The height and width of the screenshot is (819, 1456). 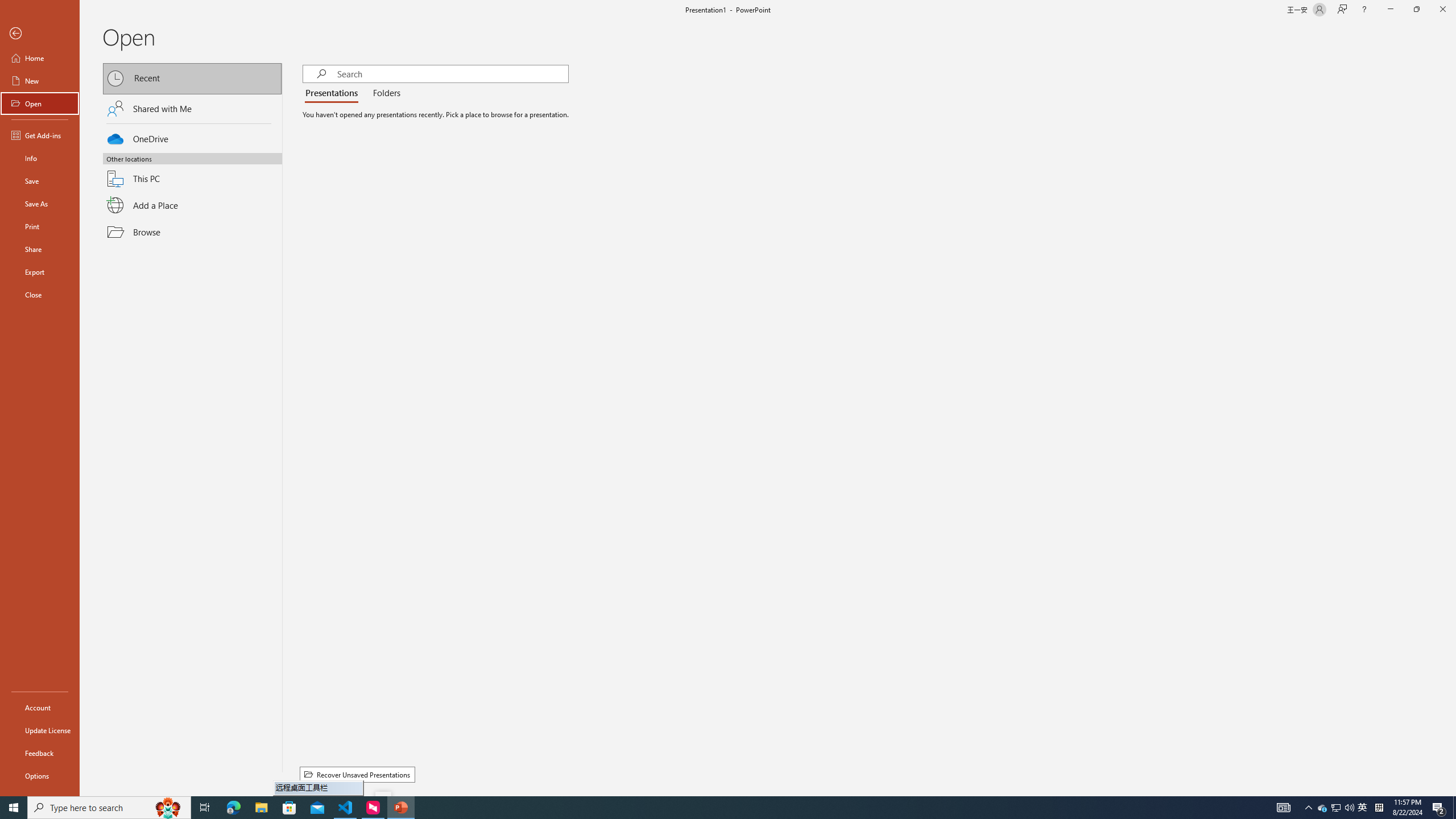 I want to click on 'This PC', so click(x=192, y=172).